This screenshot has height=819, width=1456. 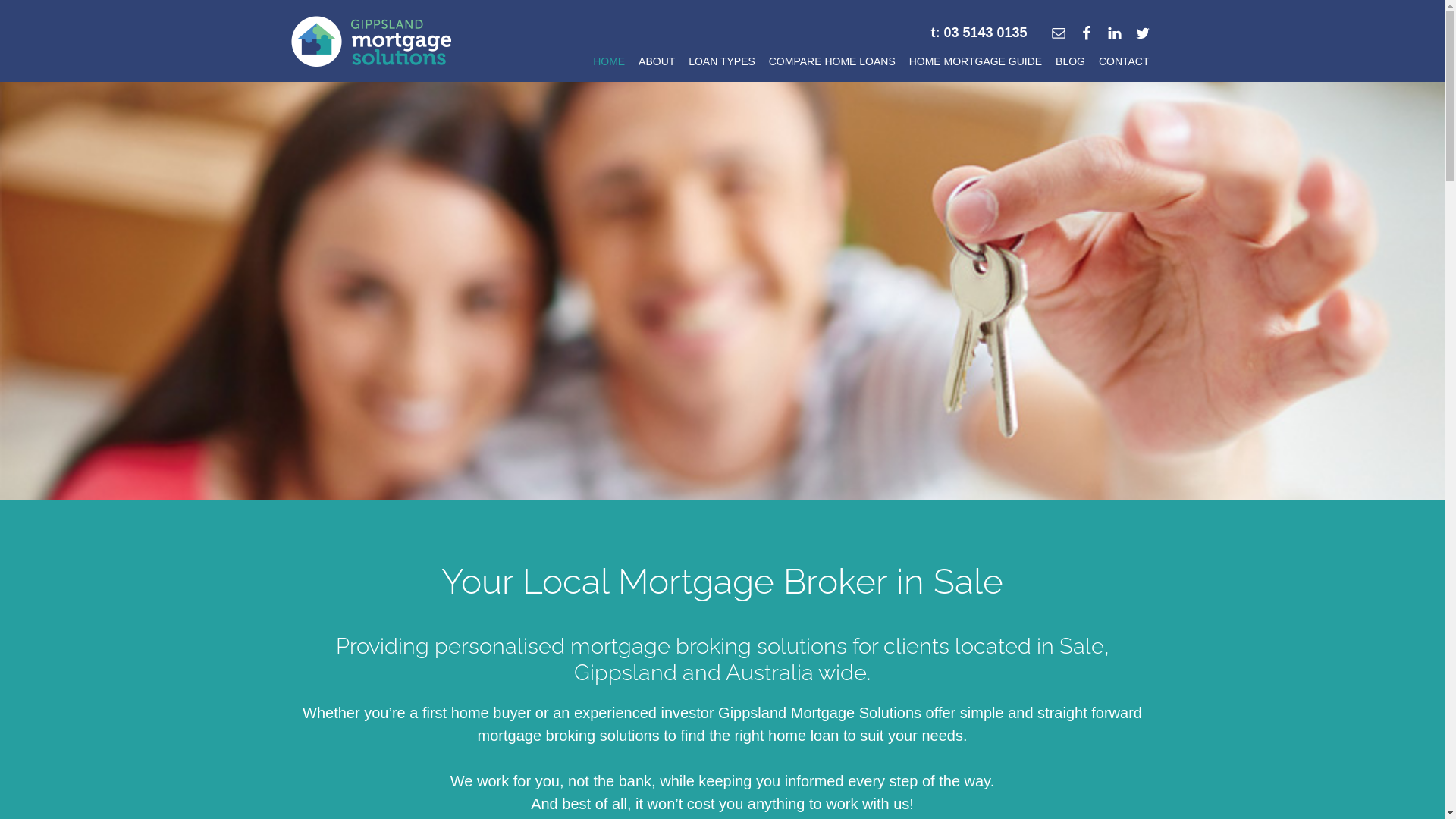 I want to click on 'CONTACT', so click(x=1124, y=64).